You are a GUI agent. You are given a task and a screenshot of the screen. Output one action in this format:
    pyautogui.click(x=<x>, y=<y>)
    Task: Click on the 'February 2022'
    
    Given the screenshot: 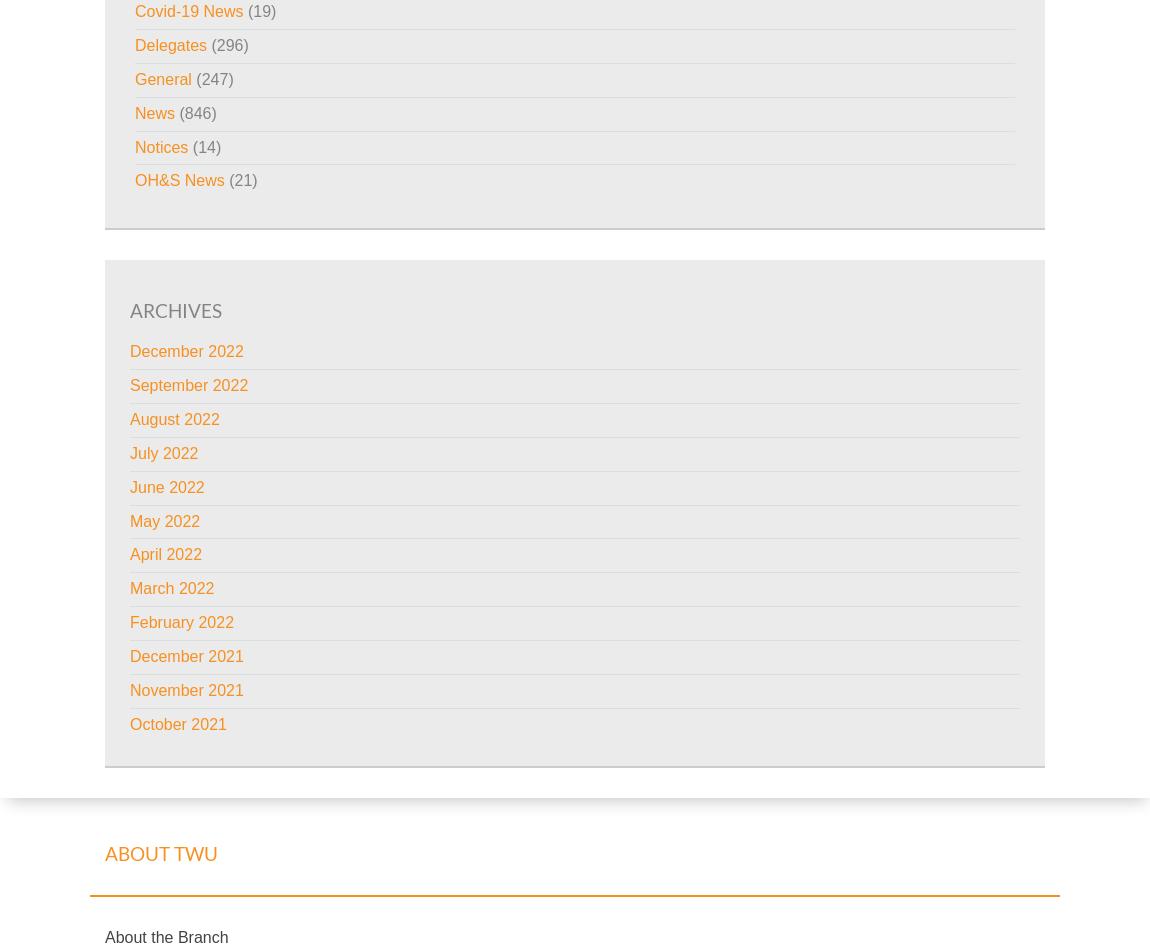 What is the action you would take?
    pyautogui.click(x=181, y=621)
    